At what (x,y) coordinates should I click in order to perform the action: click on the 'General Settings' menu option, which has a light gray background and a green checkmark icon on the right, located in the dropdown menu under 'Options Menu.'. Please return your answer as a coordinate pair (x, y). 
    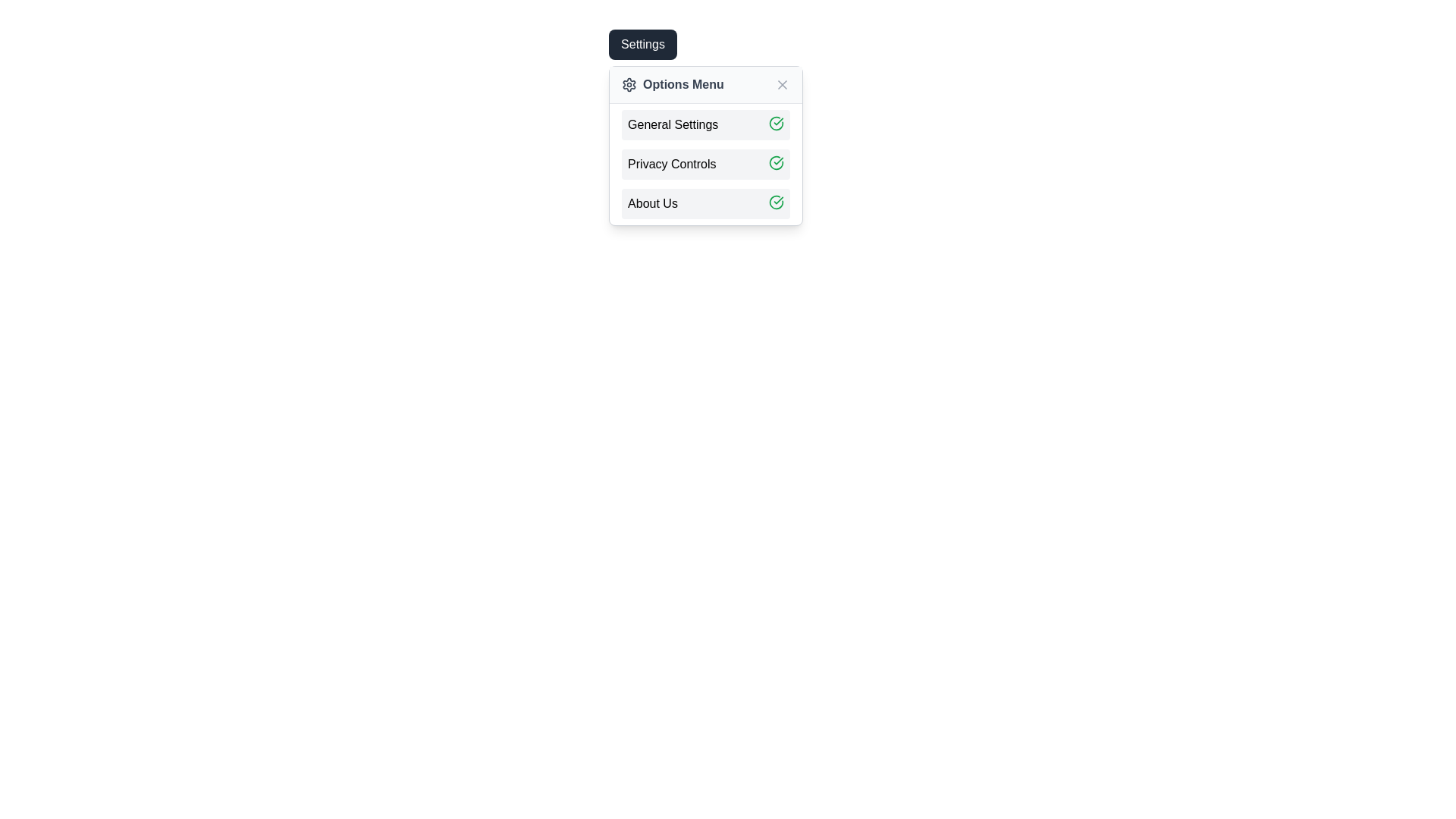
    Looking at the image, I should click on (705, 124).